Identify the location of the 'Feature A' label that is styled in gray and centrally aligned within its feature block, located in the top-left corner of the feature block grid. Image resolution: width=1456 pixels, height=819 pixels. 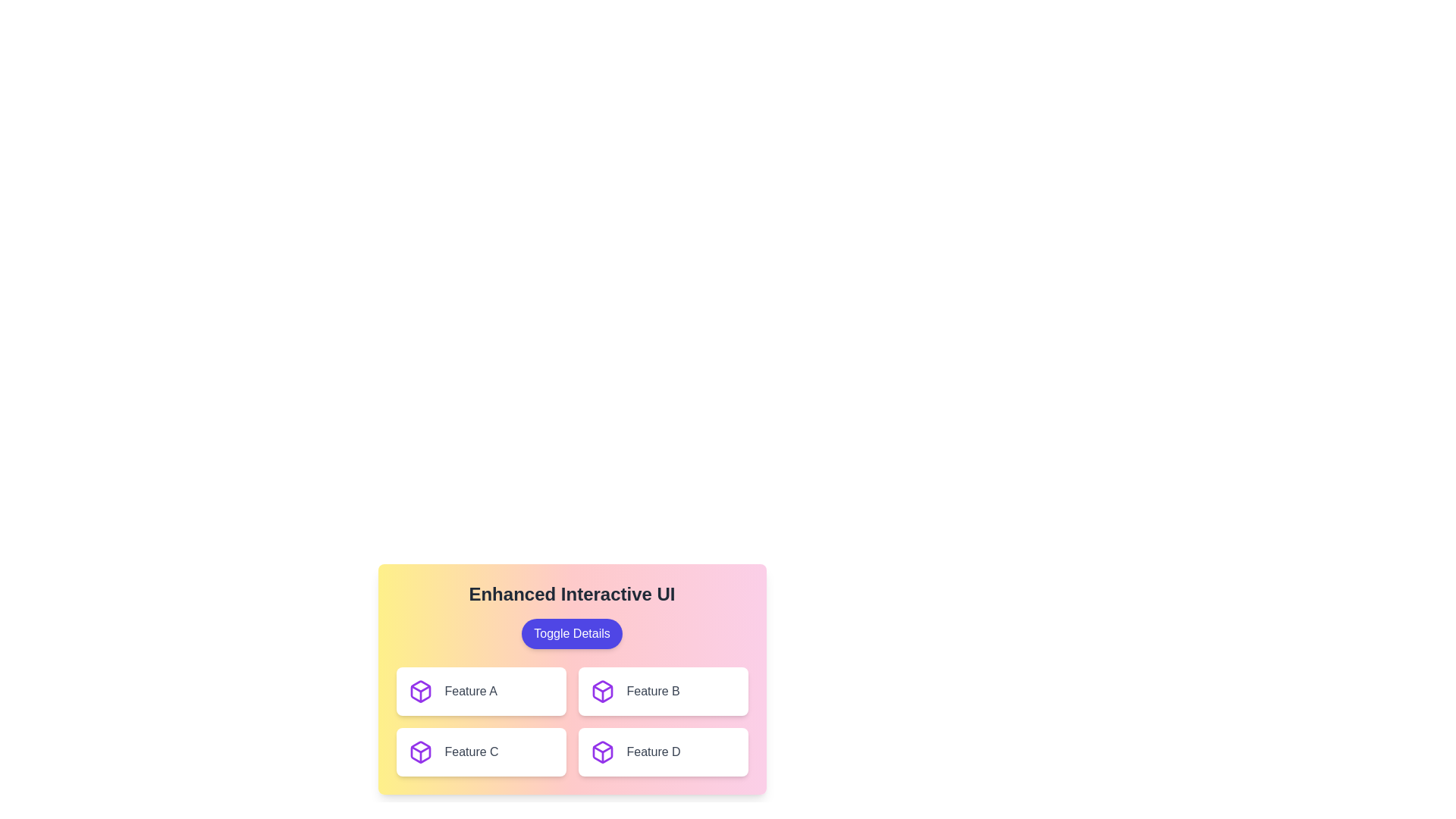
(470, 691).